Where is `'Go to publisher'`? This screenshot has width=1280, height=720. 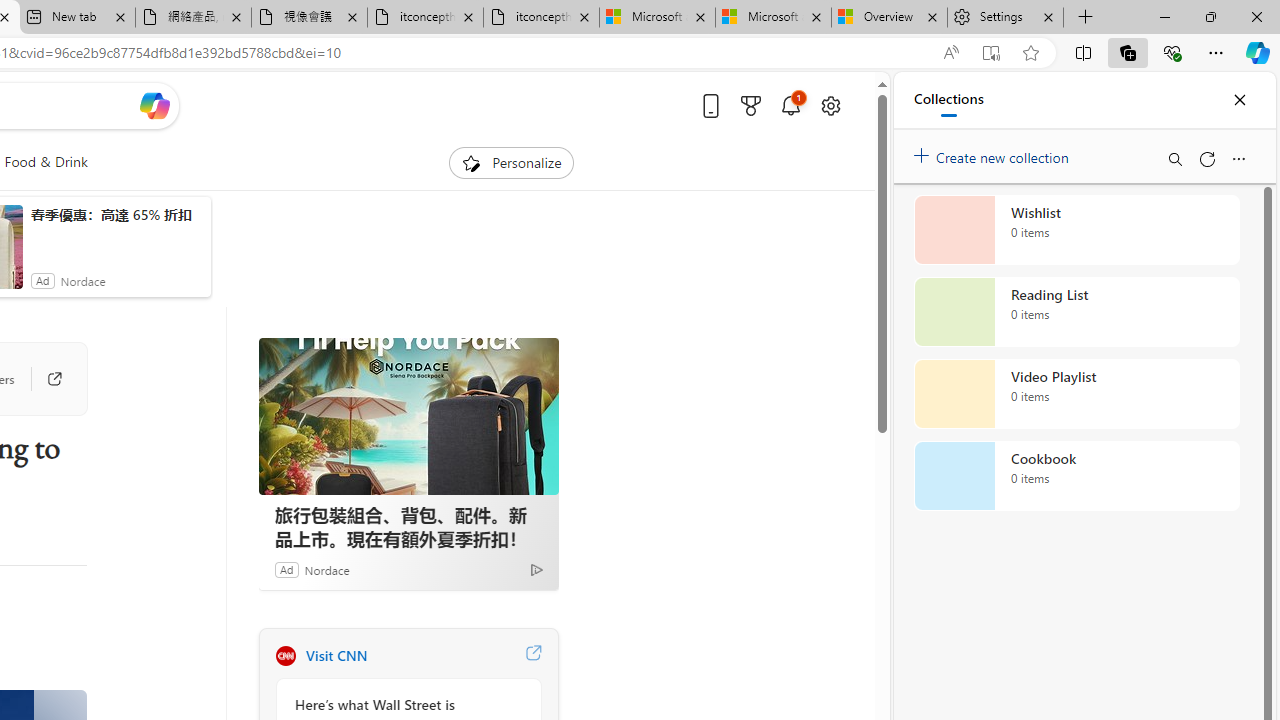 'Go to publisher' is located at coordinates (44, 379).